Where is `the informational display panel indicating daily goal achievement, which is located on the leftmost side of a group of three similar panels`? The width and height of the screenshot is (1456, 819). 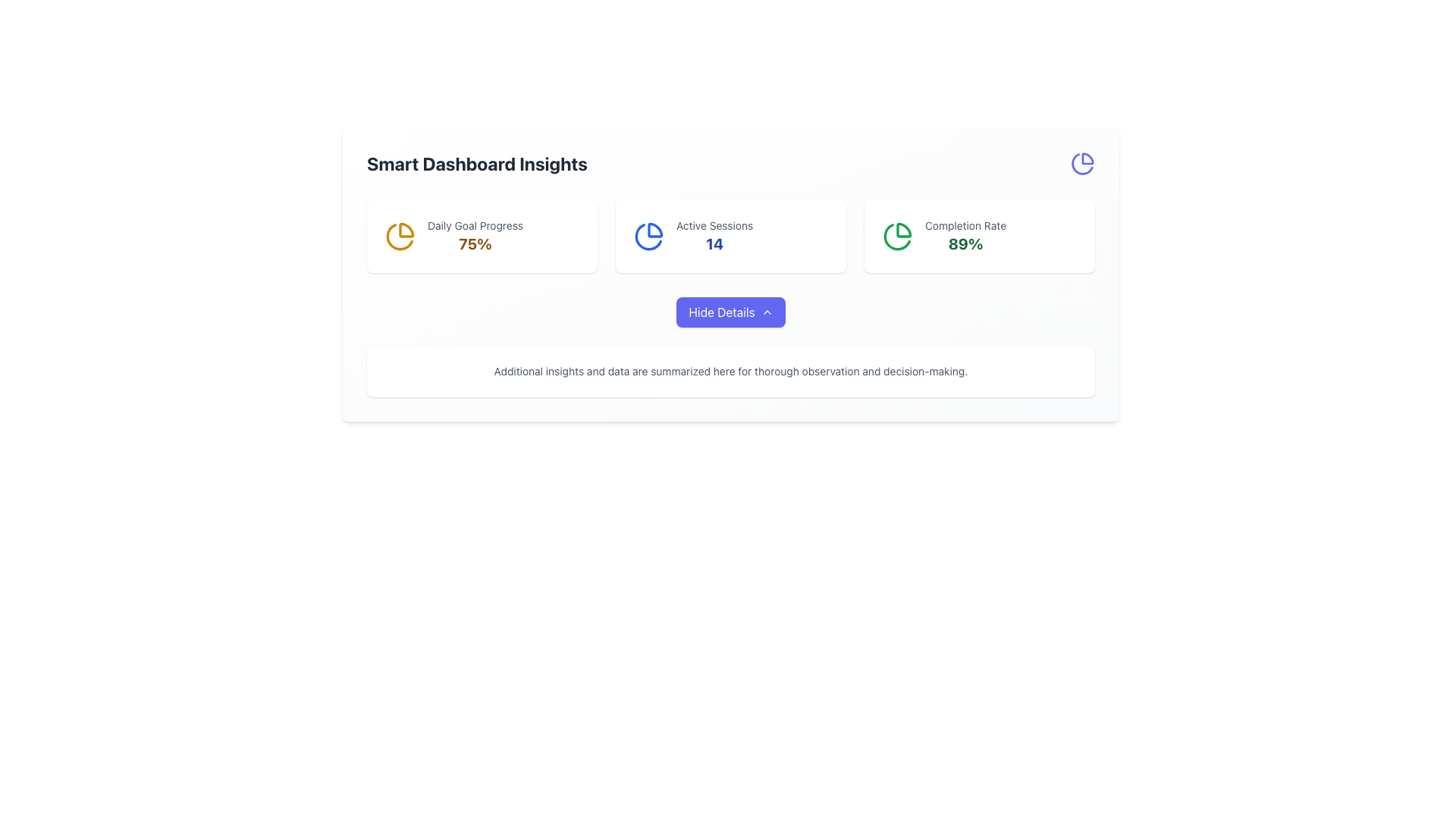 the informational display panel indicating daily goal achievement, which is located on the leftmost side of a group of three similar panels is located at coordinates (475, 237).